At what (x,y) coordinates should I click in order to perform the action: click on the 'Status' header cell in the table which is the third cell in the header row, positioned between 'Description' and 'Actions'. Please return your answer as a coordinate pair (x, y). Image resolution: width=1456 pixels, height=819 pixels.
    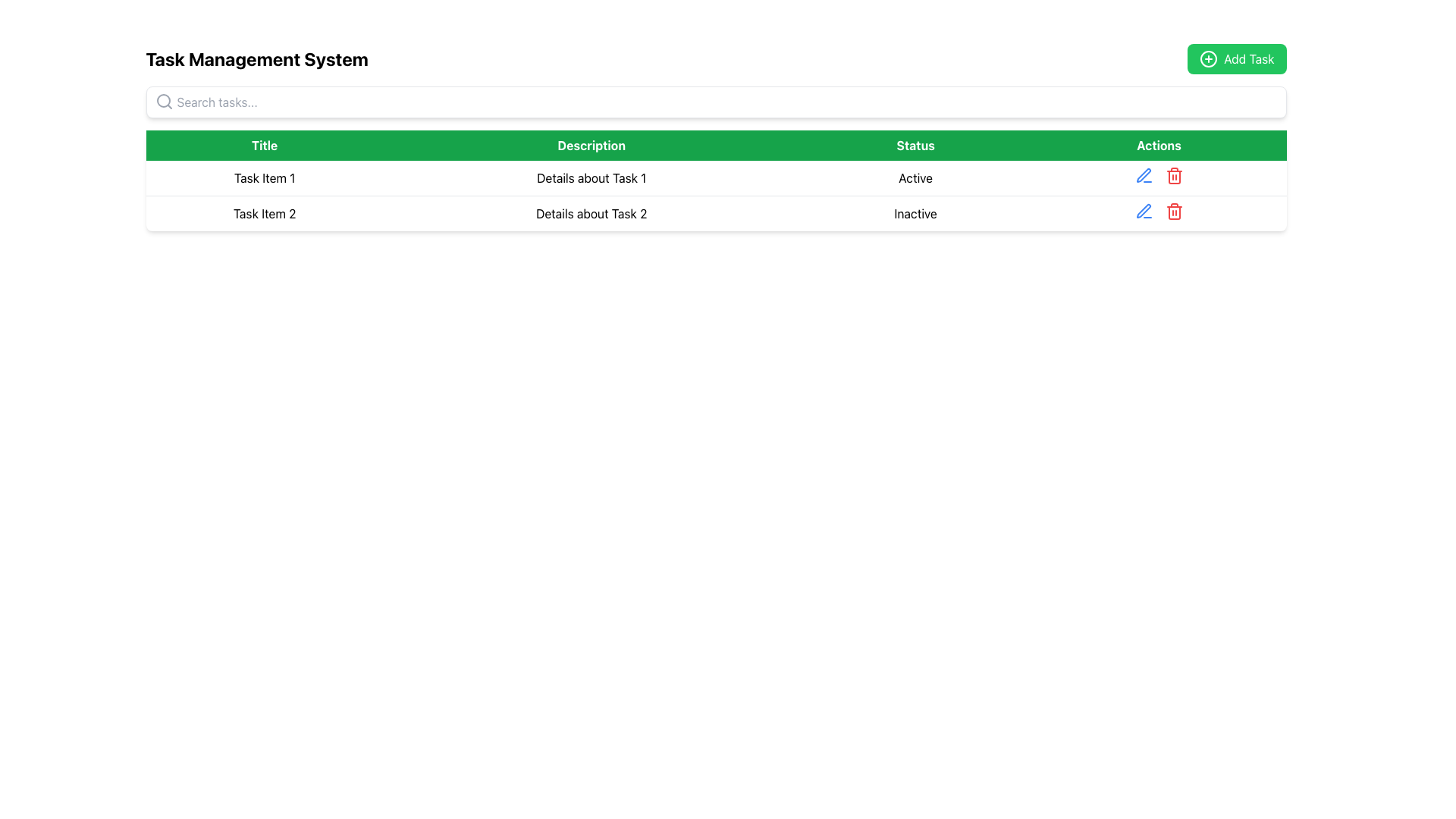
    Looking at the image, I should click on (915, 146).